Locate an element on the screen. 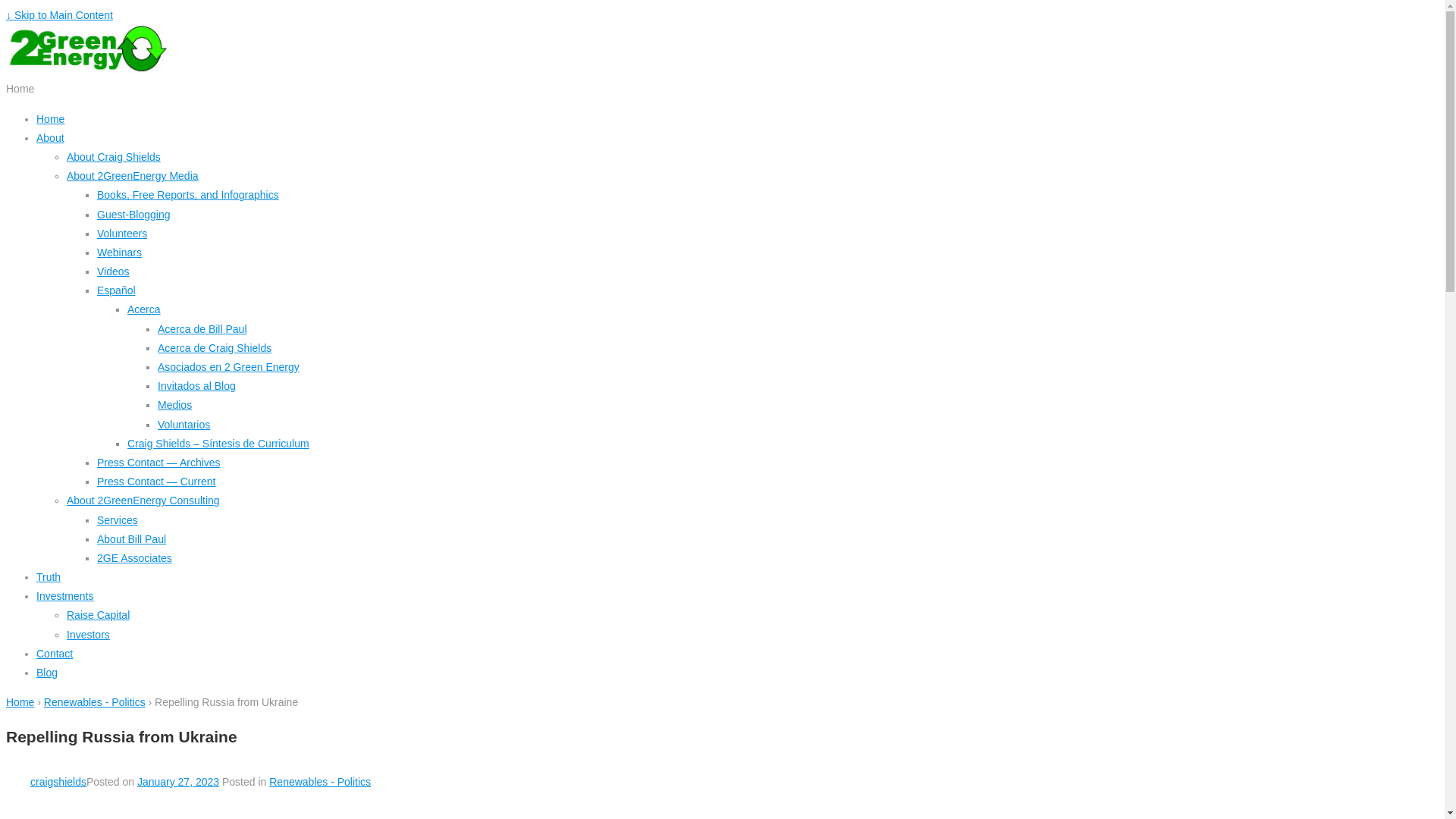 The height and width of the screenshot is (819, 1456). 'January 27, 2023' is located at coordinates (178, 781).